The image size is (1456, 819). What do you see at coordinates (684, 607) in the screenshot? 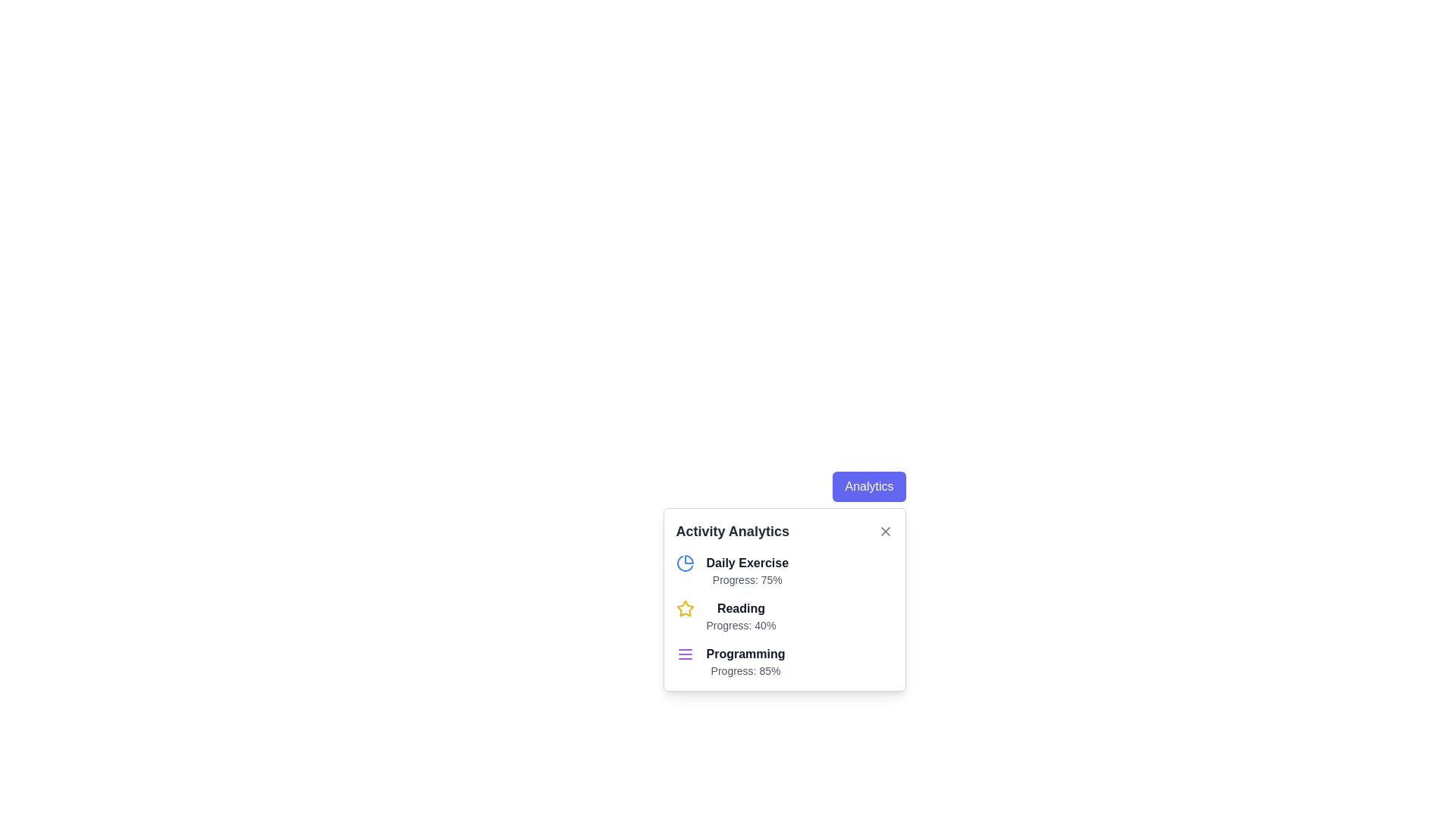
I see `the star icon in the analytics panel that indicates the 'Reading' activity progress` at bounding box center [684, 607].